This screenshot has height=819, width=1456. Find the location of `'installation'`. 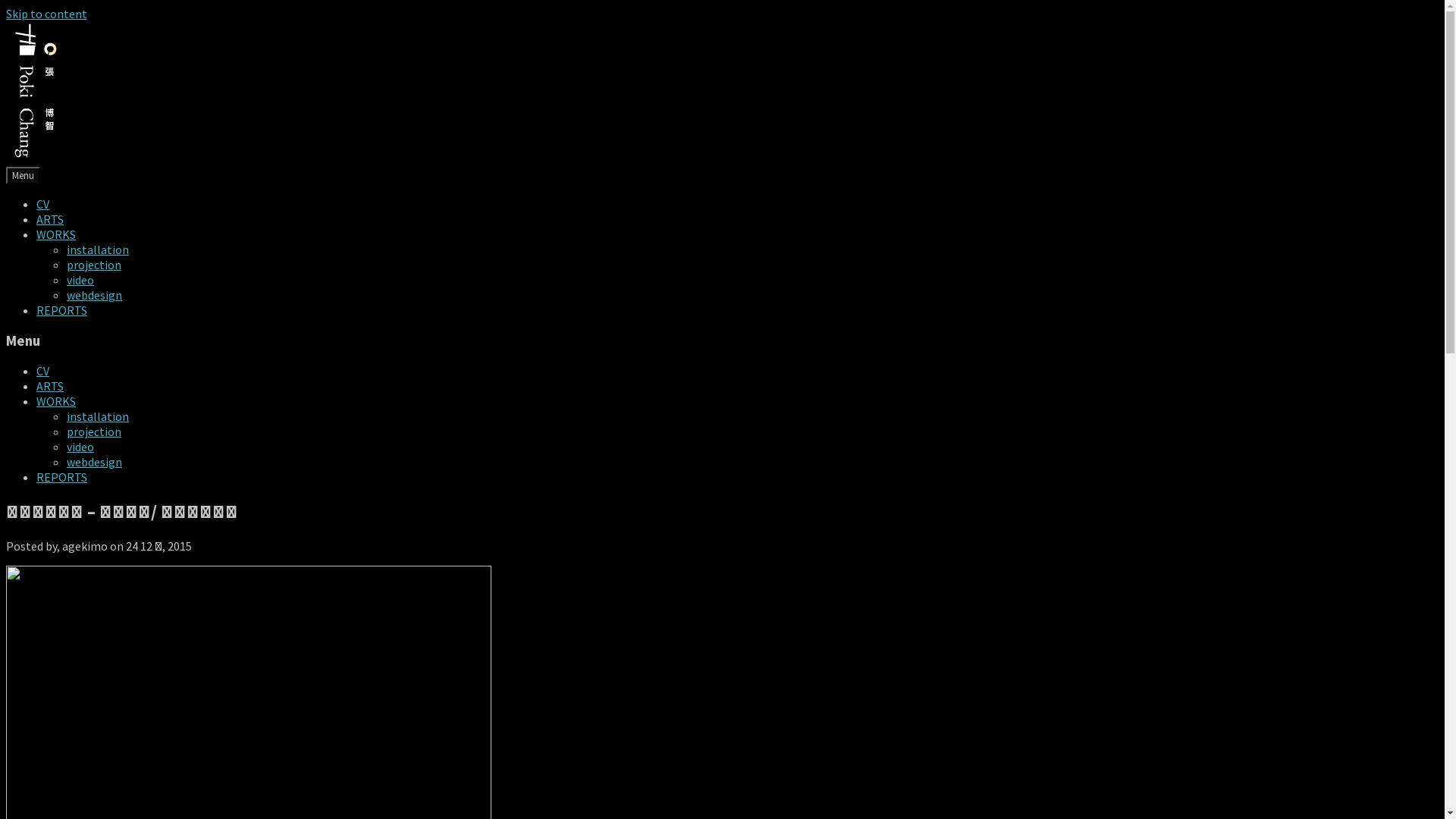

'installation' is located at coordinates (97, 416).